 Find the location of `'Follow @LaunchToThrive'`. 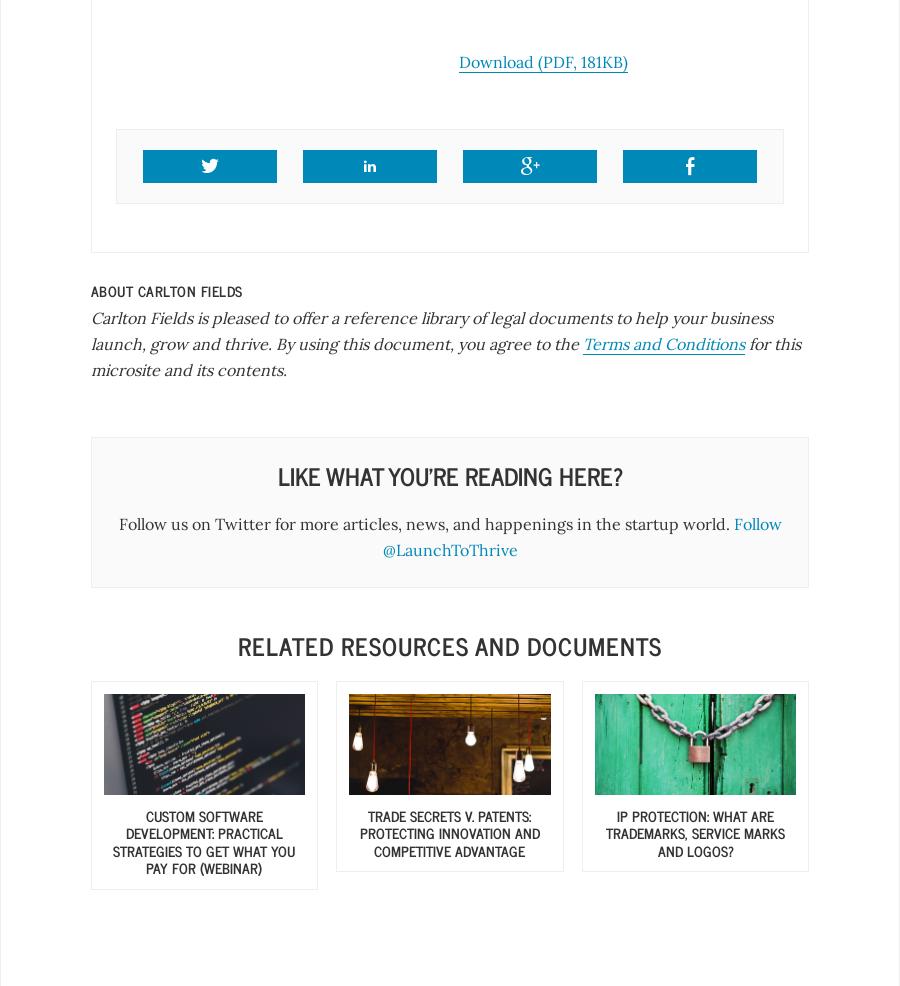

'Follow @LaunchToThrive' is located at coordinates (381, 535).